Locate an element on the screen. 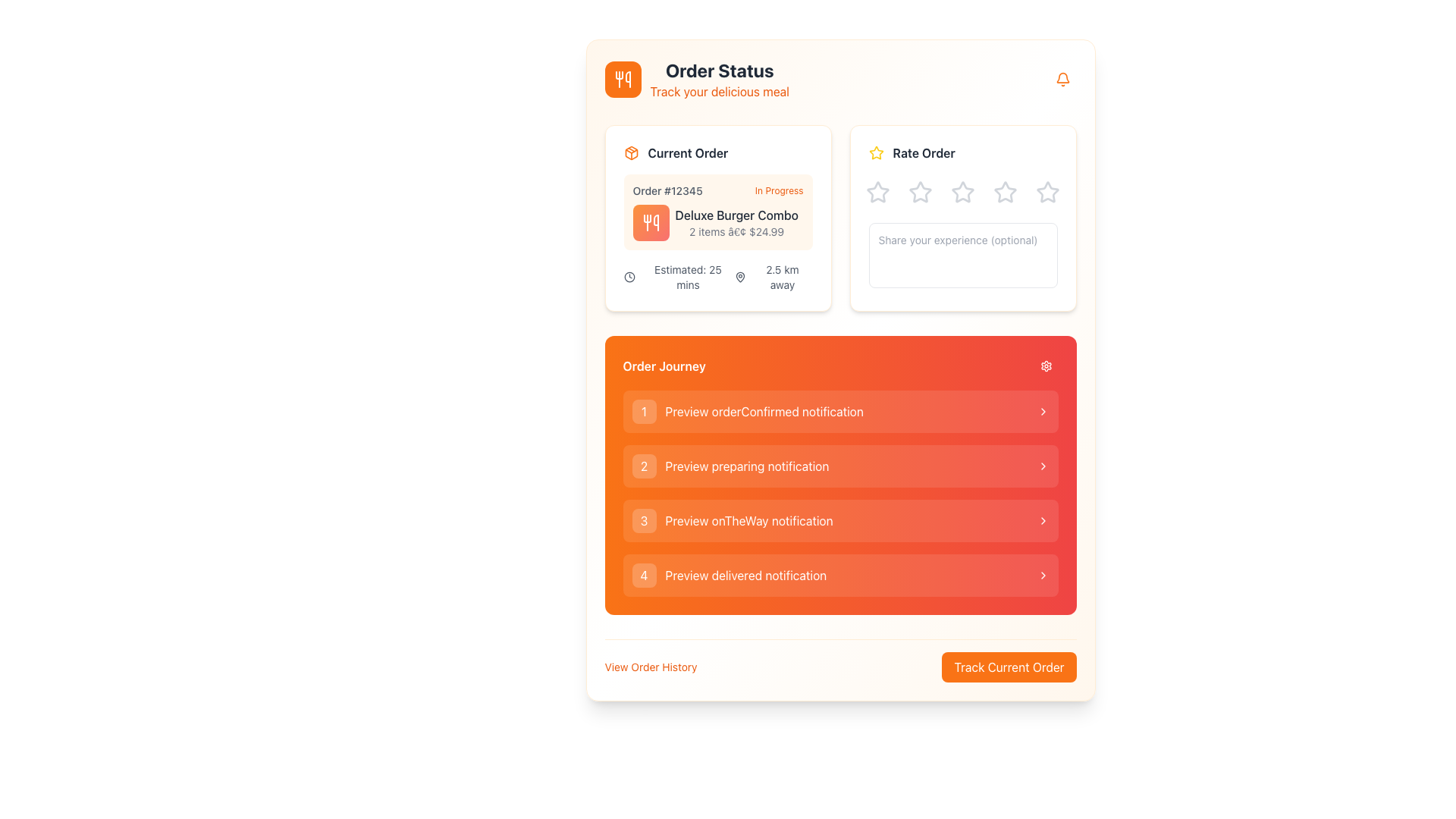 Image resolution: width=1456 pixels, height=819 pixels. the navigational chevron icon located at the extreme right of the third row in the 'Order Journey' section is located at coordinates (1042, 519).